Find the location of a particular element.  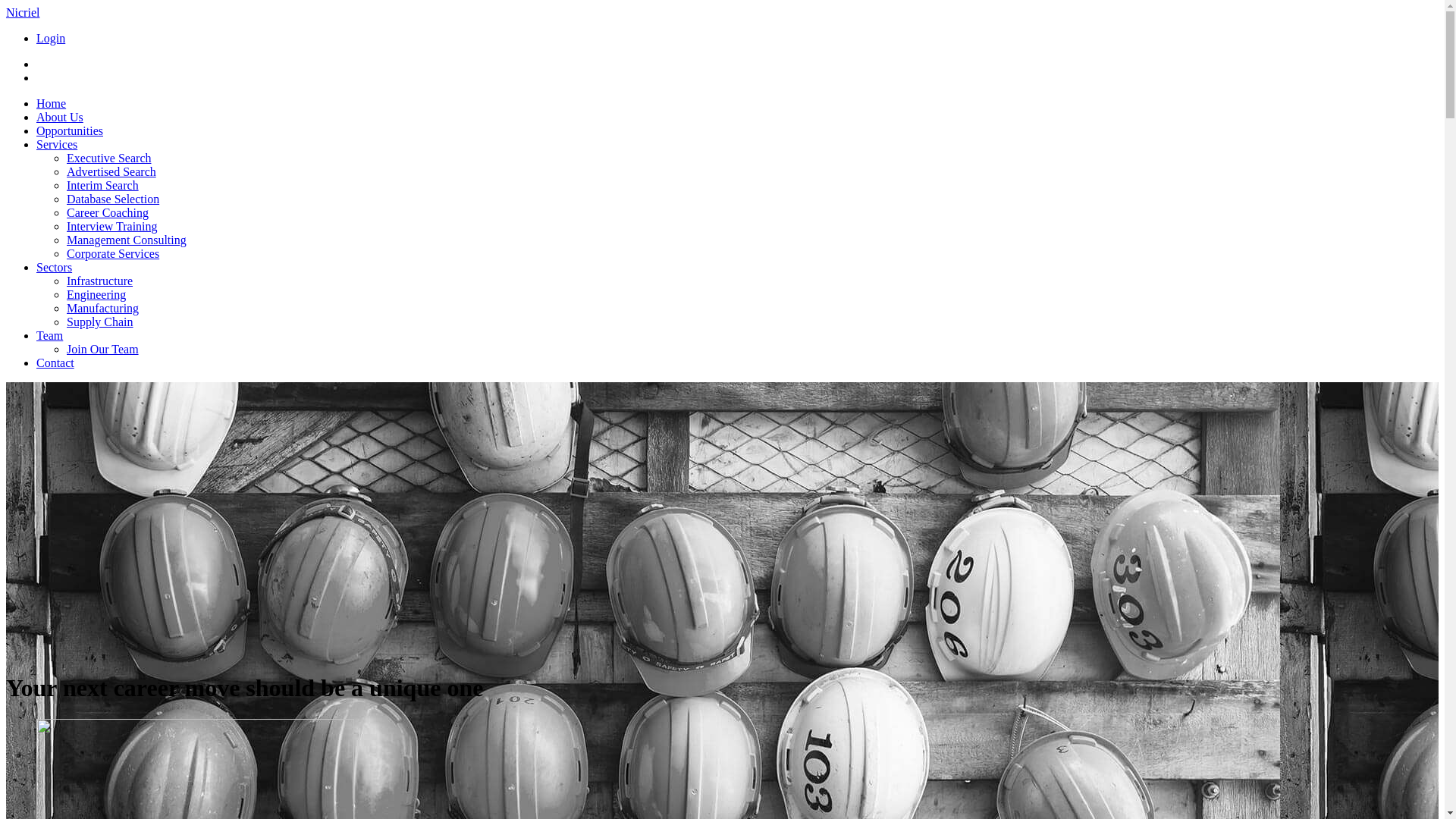

'Manufacturing' is located at coordinates (102, 307).